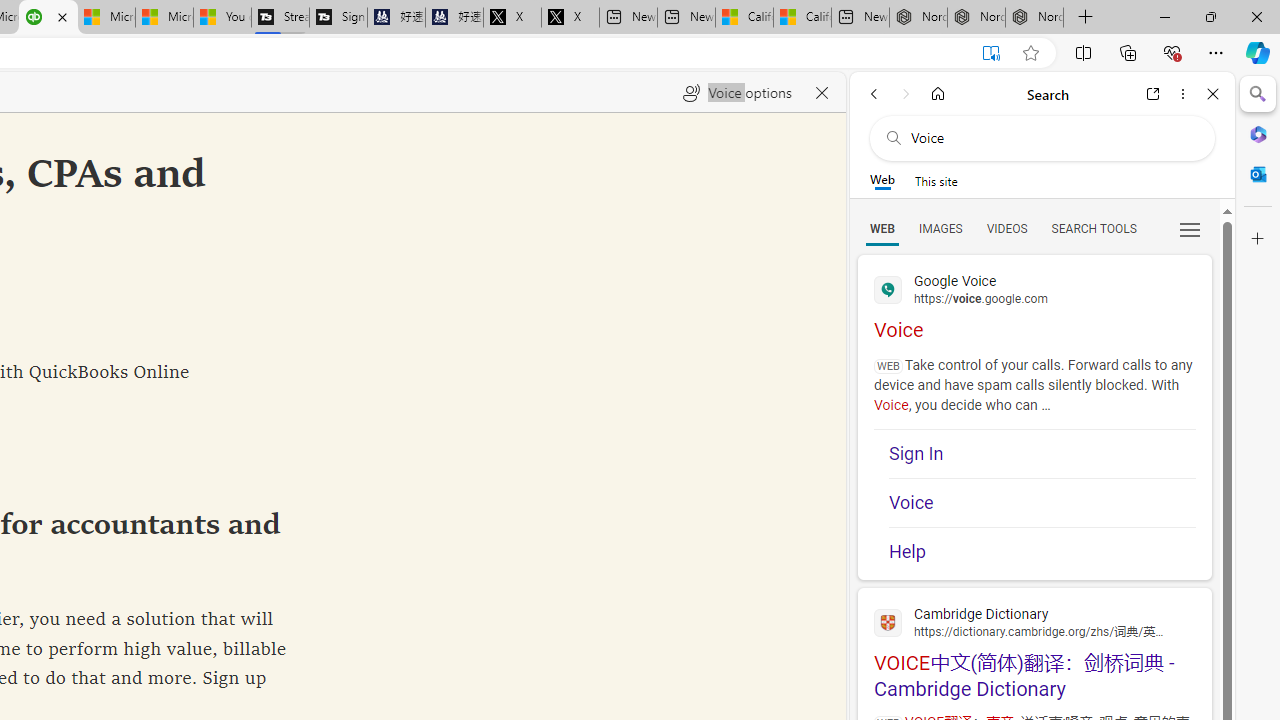 Image resolution: width=1280 pixels, height=720 pixels. Describe the element at coordinates (991, 52) in the screenshot. I see `'Exit Immersive Reader (F9)'` at that location.